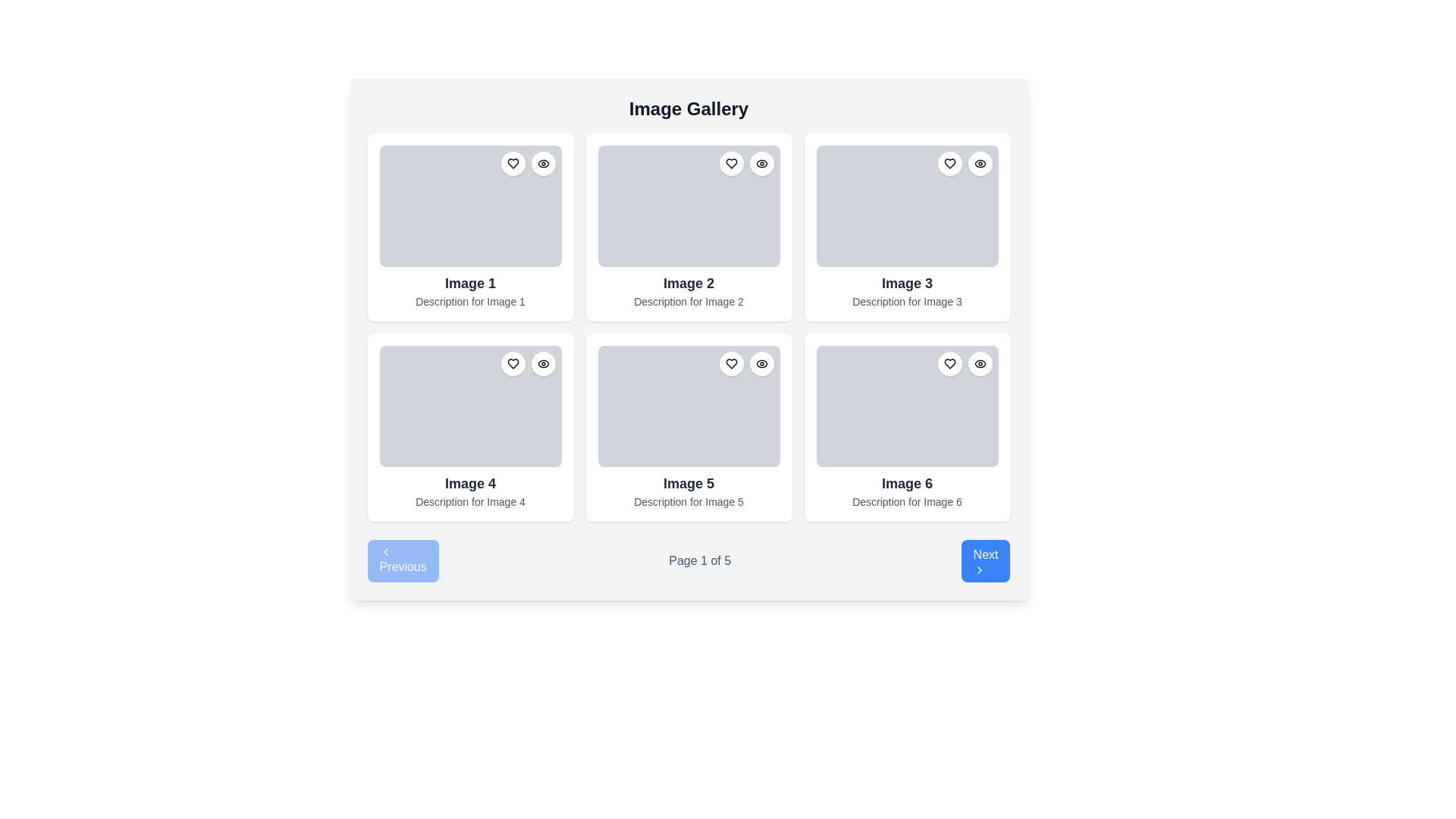 The width and height of the screenshot is (1456, 819). Describe the element at coordinates (949, 164) in the screenshot. I see `the 'like' button located in the top-right corner of the third image card in the first row of the image gallery` at that location.